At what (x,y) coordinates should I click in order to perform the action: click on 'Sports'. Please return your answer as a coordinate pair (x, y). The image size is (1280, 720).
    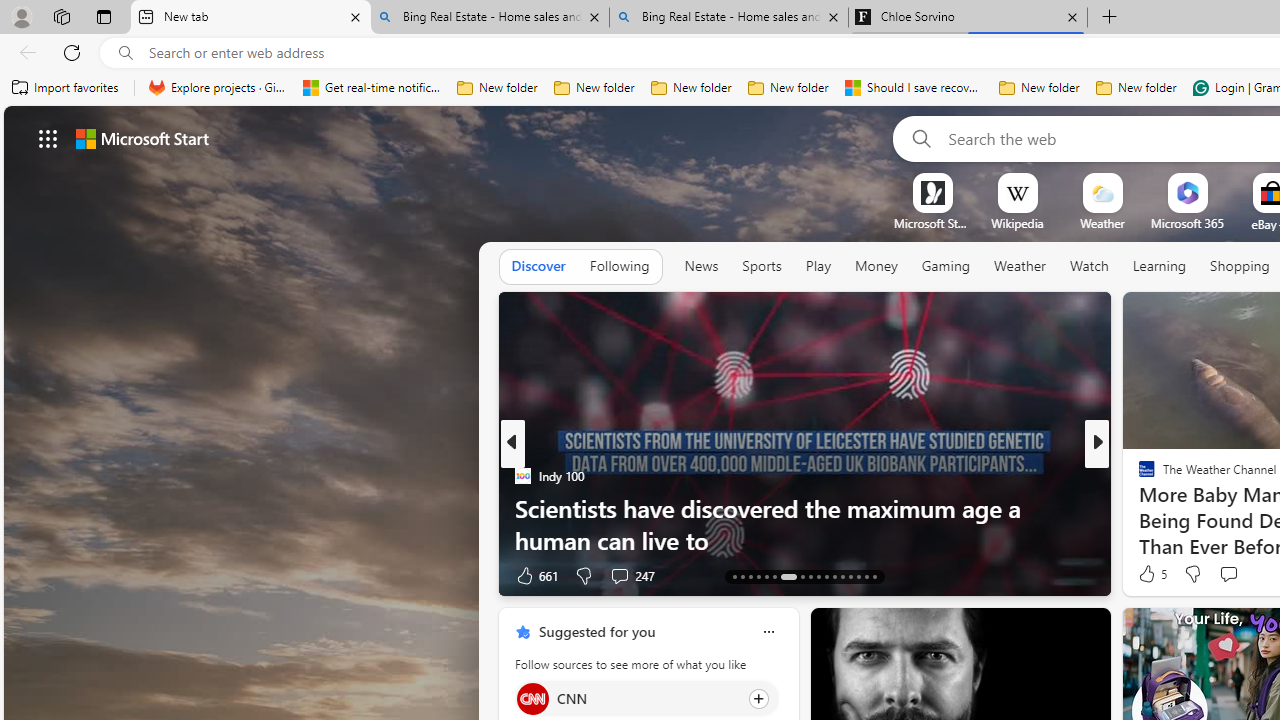
    Looking at the image, I should click on (760, 265).